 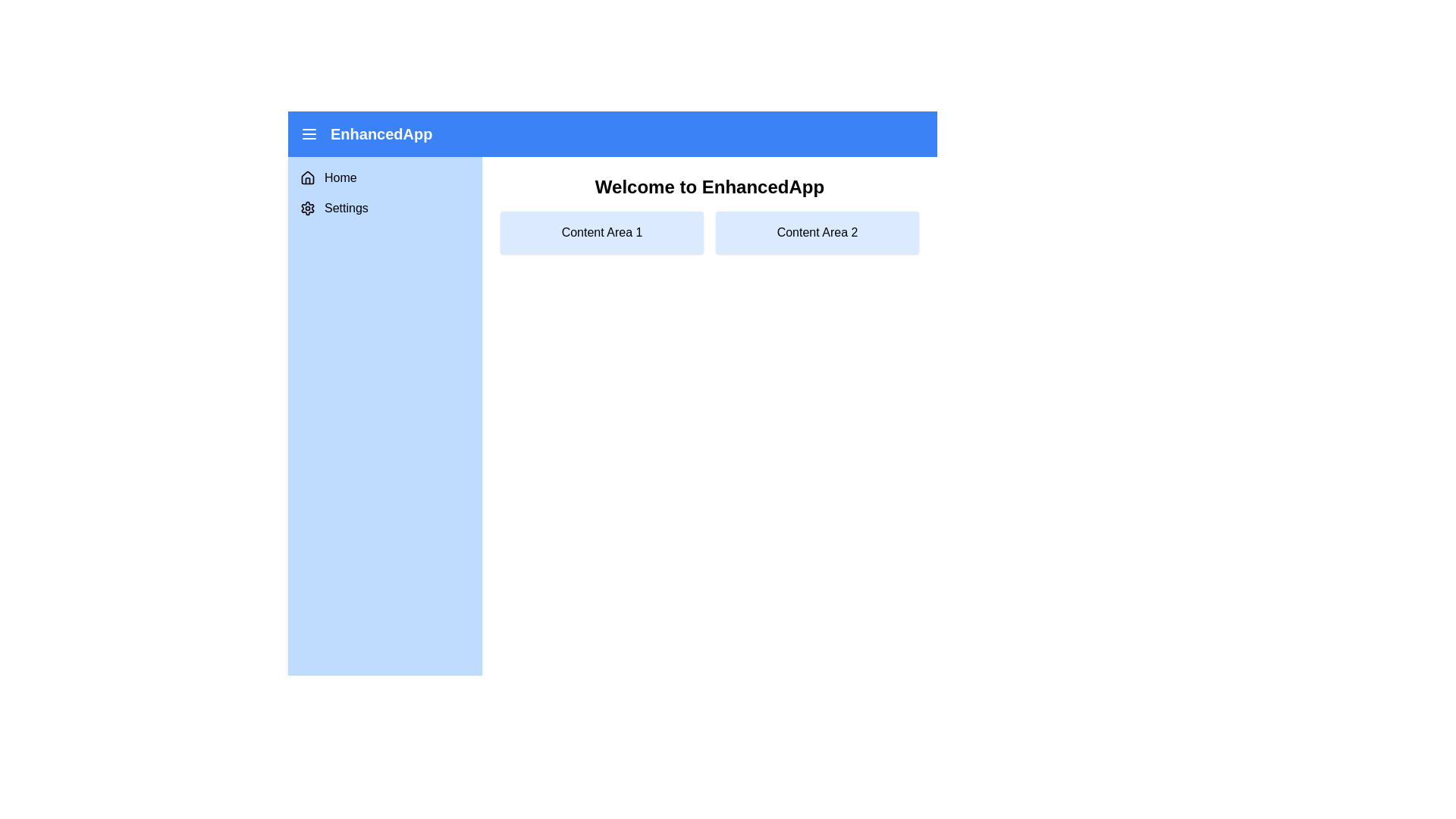 I want to click on the blue button with a menu icon (three horizontal lines) located at the top-left corner of the header next to 'EnhancedApp', so click(x=309, y=133).